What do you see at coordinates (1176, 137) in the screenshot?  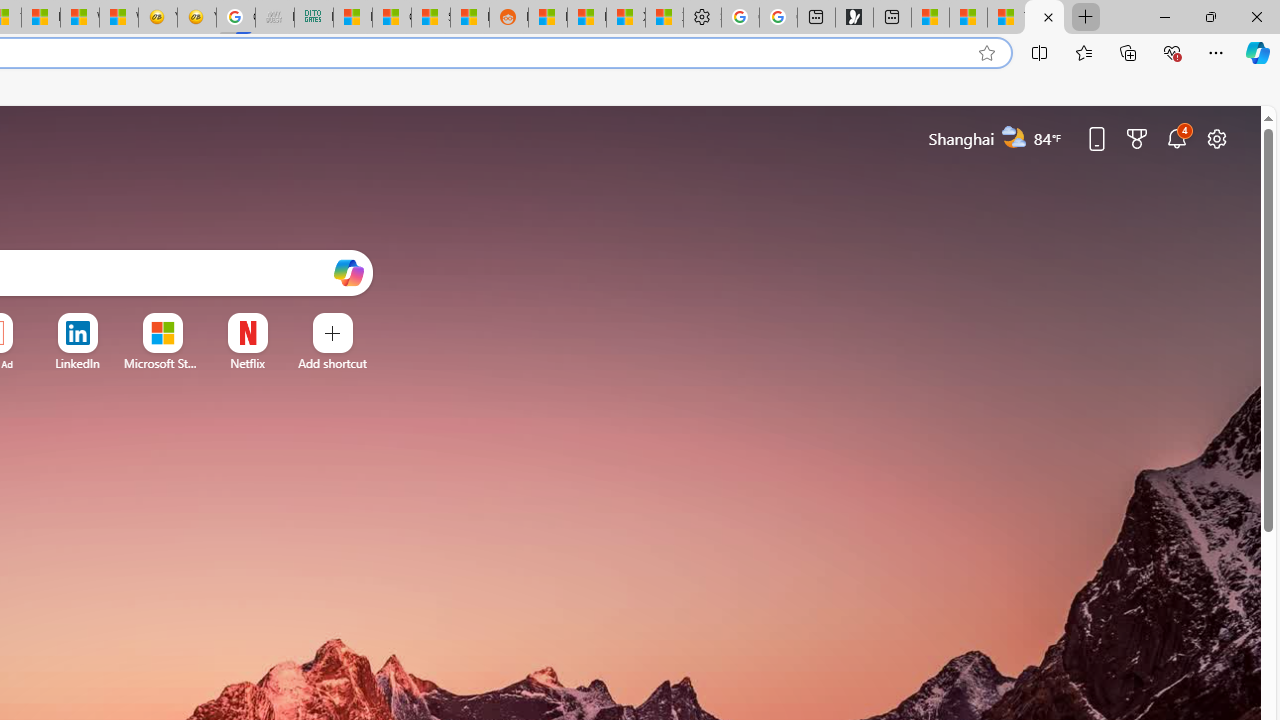 I see `'Notifications'` at bounding box center [1176, 137].